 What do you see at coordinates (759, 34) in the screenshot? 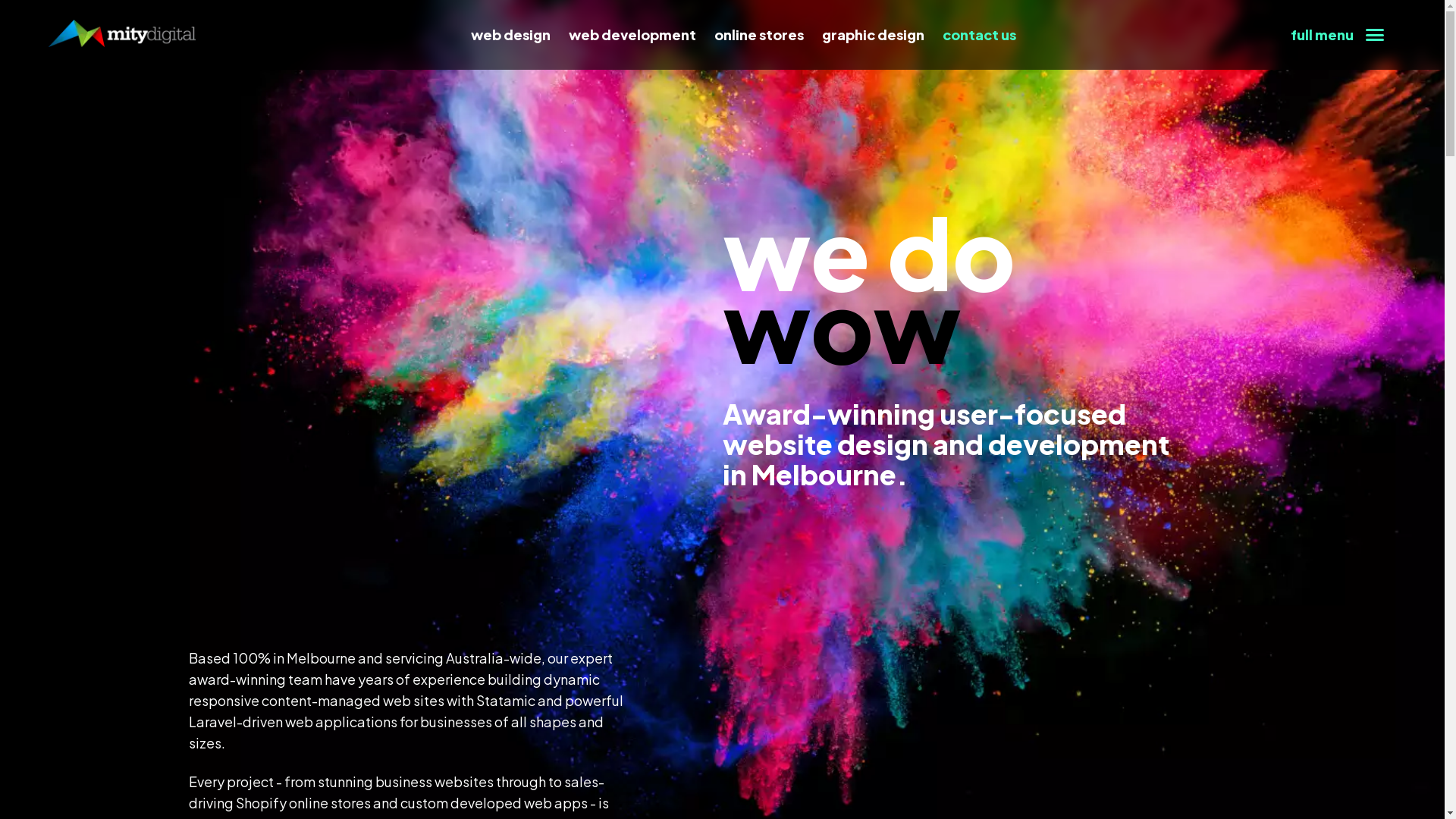
I see `'online stores'` at bounding box center [759, 34].